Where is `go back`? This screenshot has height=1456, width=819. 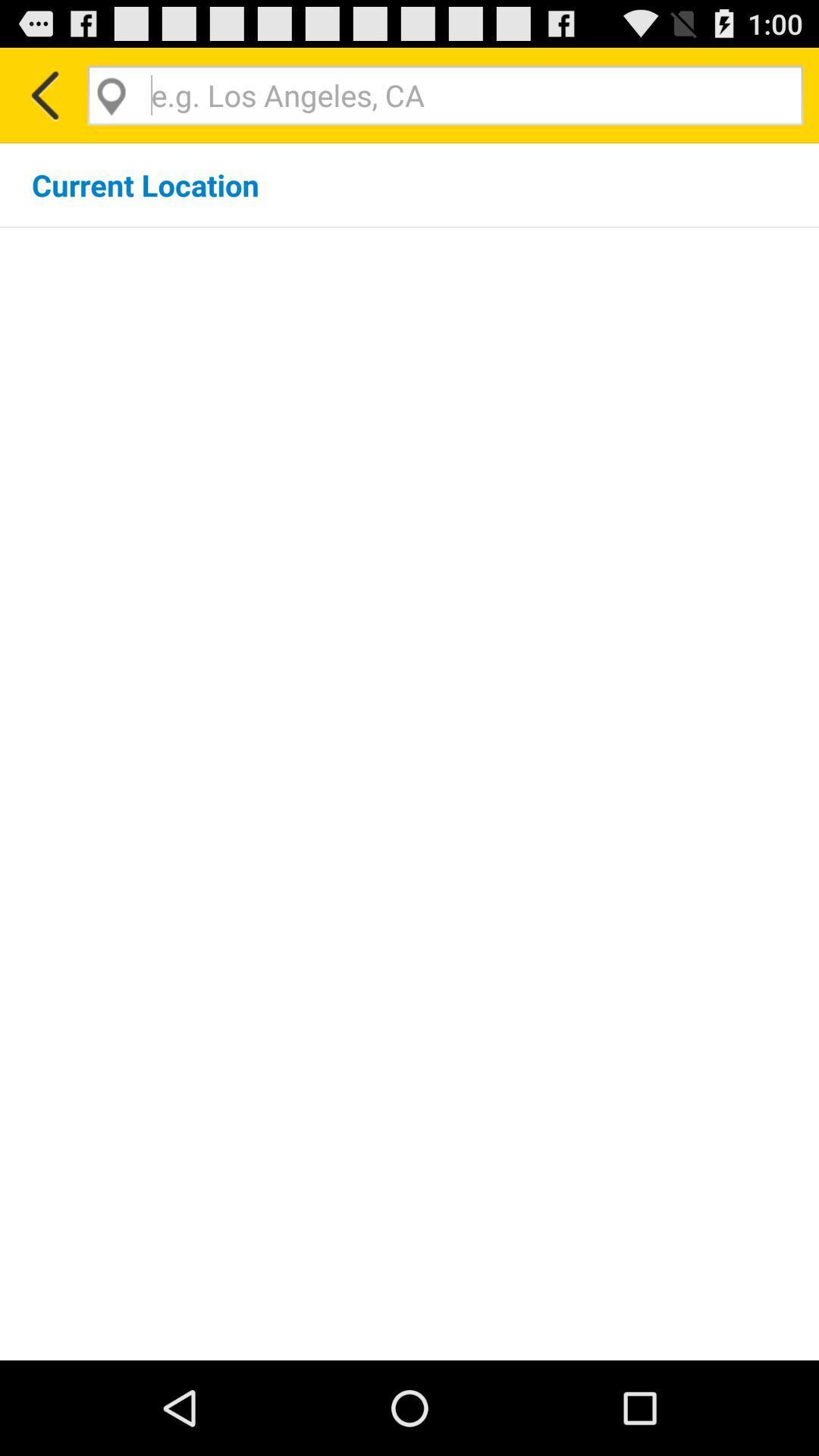 go back is located at coordinates (42, 94).